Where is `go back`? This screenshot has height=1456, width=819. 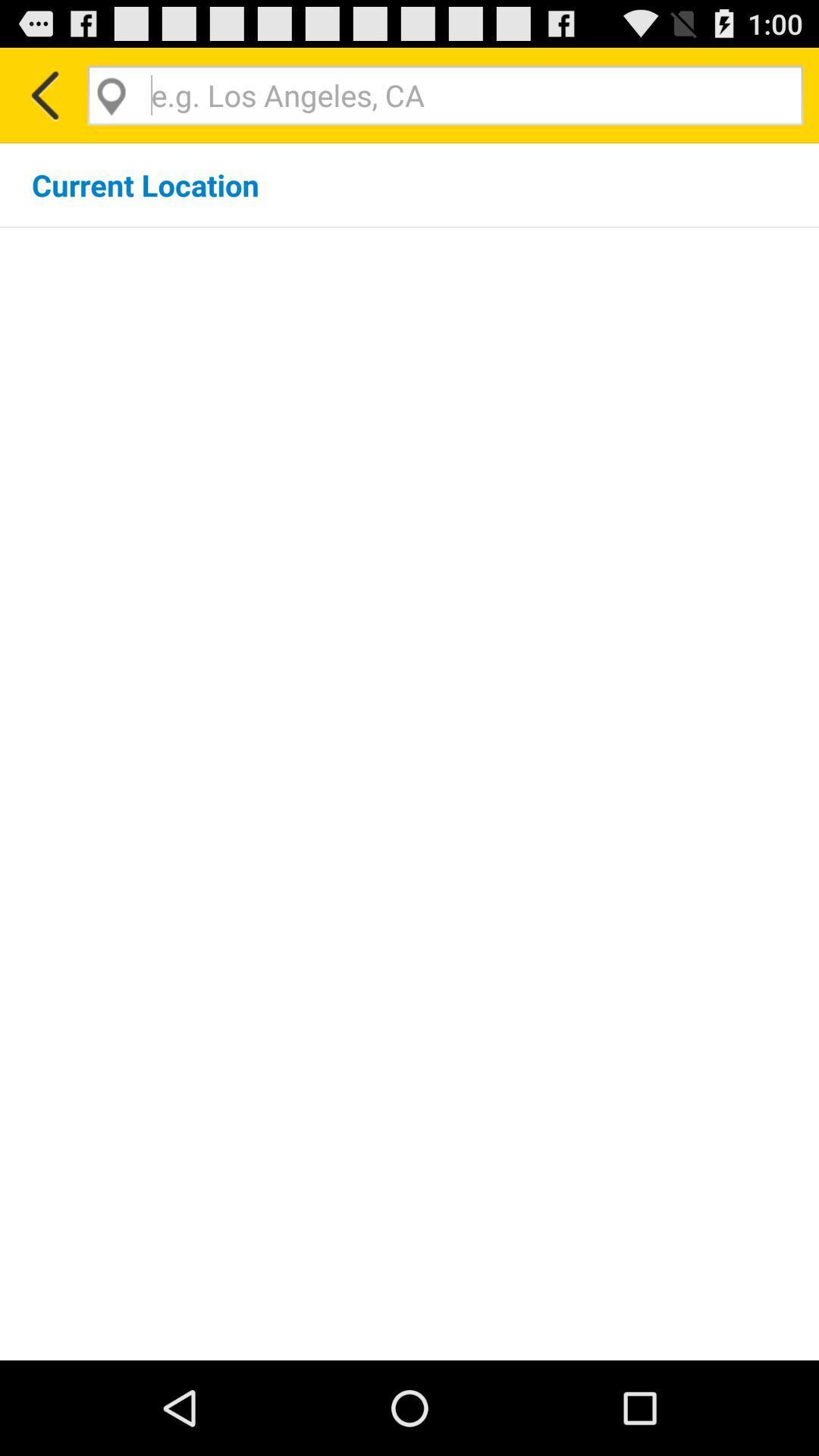 go back is located at coordinates (42, 94).